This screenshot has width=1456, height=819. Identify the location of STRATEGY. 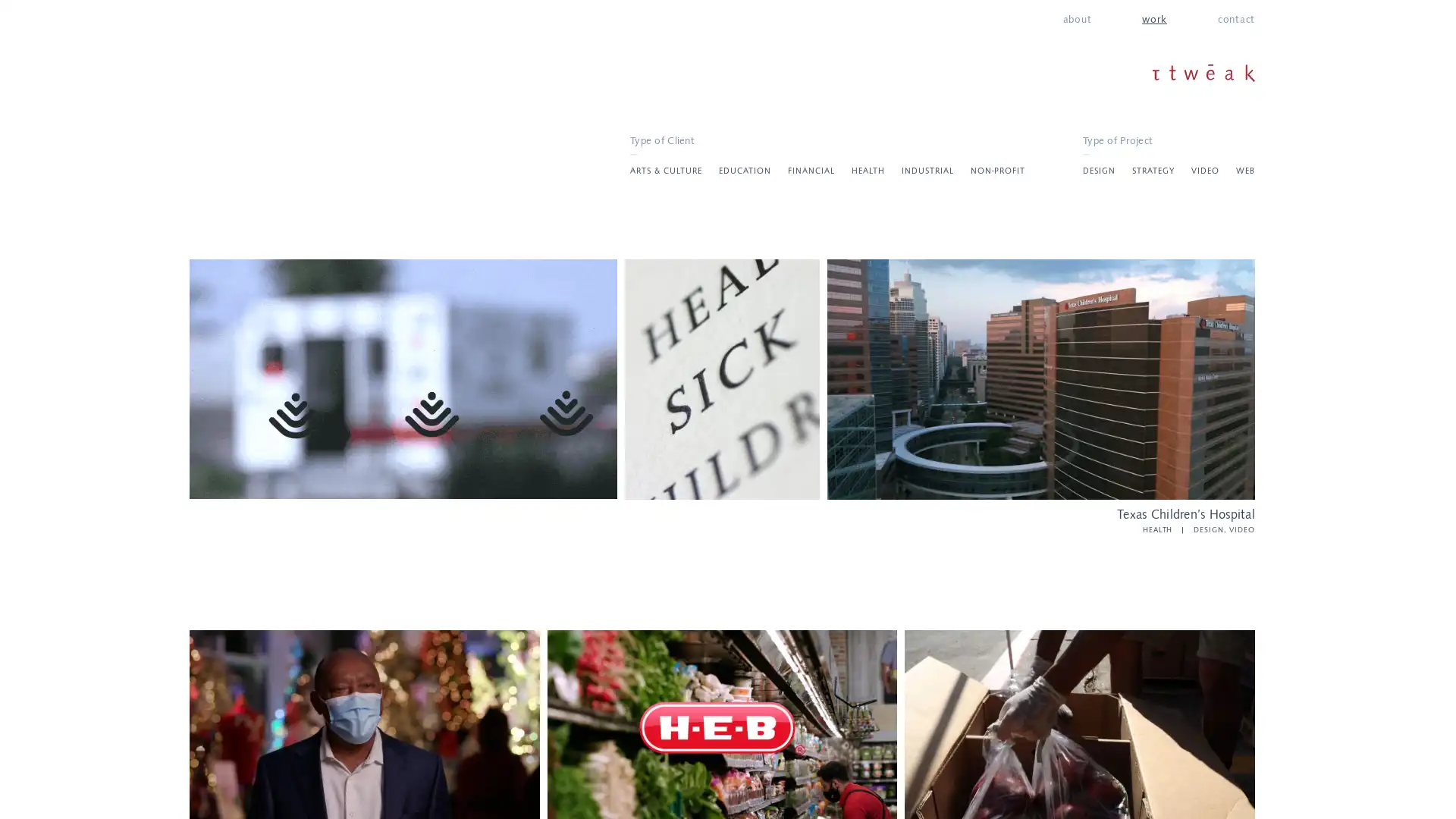
(1153, 171).